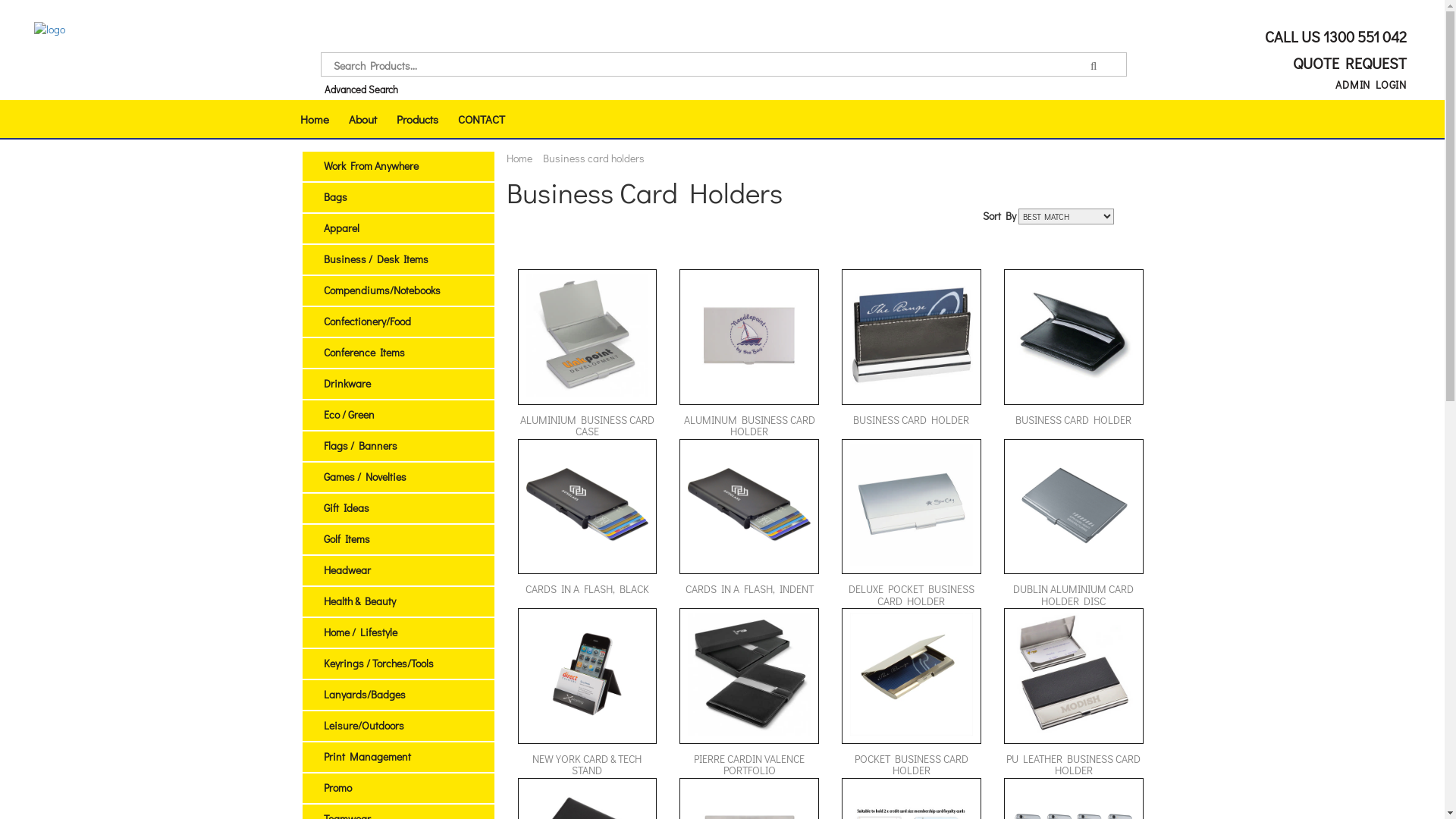 The width and height of the screenshot is (1456, 819). Describe the element at coordinates (526, 505) in the screenshot. I see `'Cards in a Flash, Black (C6800_PREMIER)'` at that location.